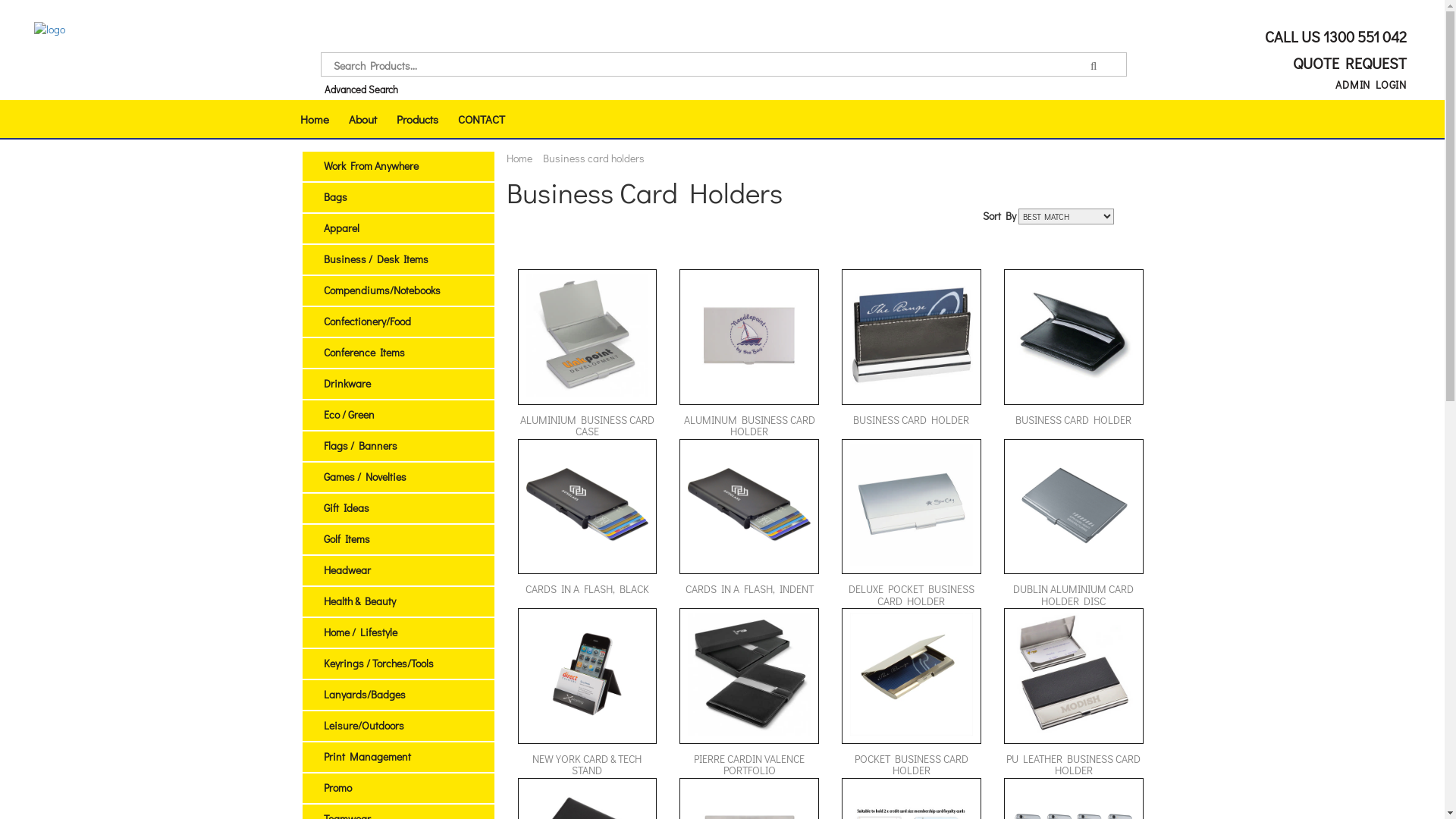 The width and height of the screenshot is (1456, 819). Describe the element at coordinates (526, 505) in the screenshot. I see `'Cards in a Flash, Black (C6800_PREMIER)'` at that location.